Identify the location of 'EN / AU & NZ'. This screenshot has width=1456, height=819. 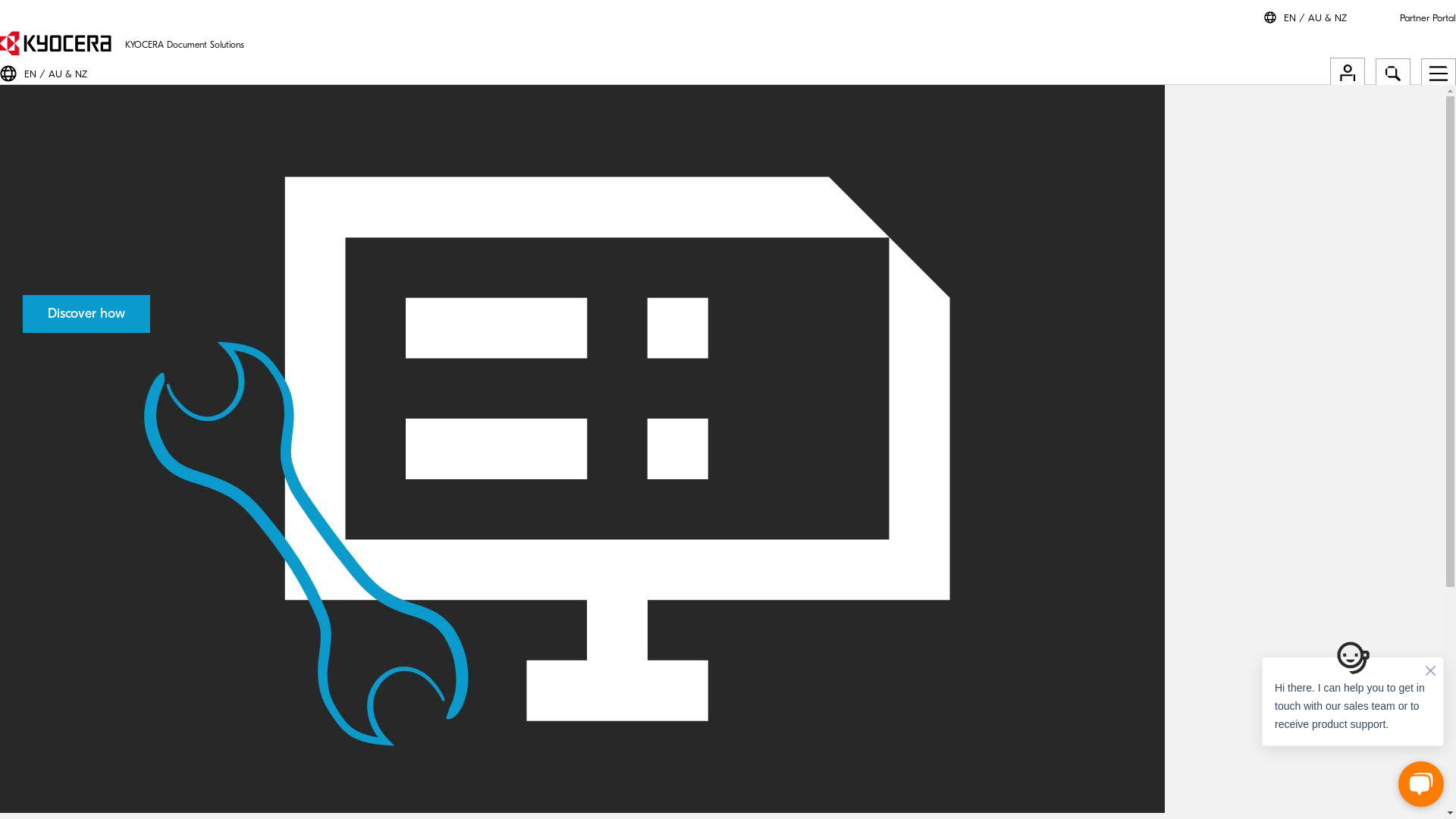
(1314, 17).